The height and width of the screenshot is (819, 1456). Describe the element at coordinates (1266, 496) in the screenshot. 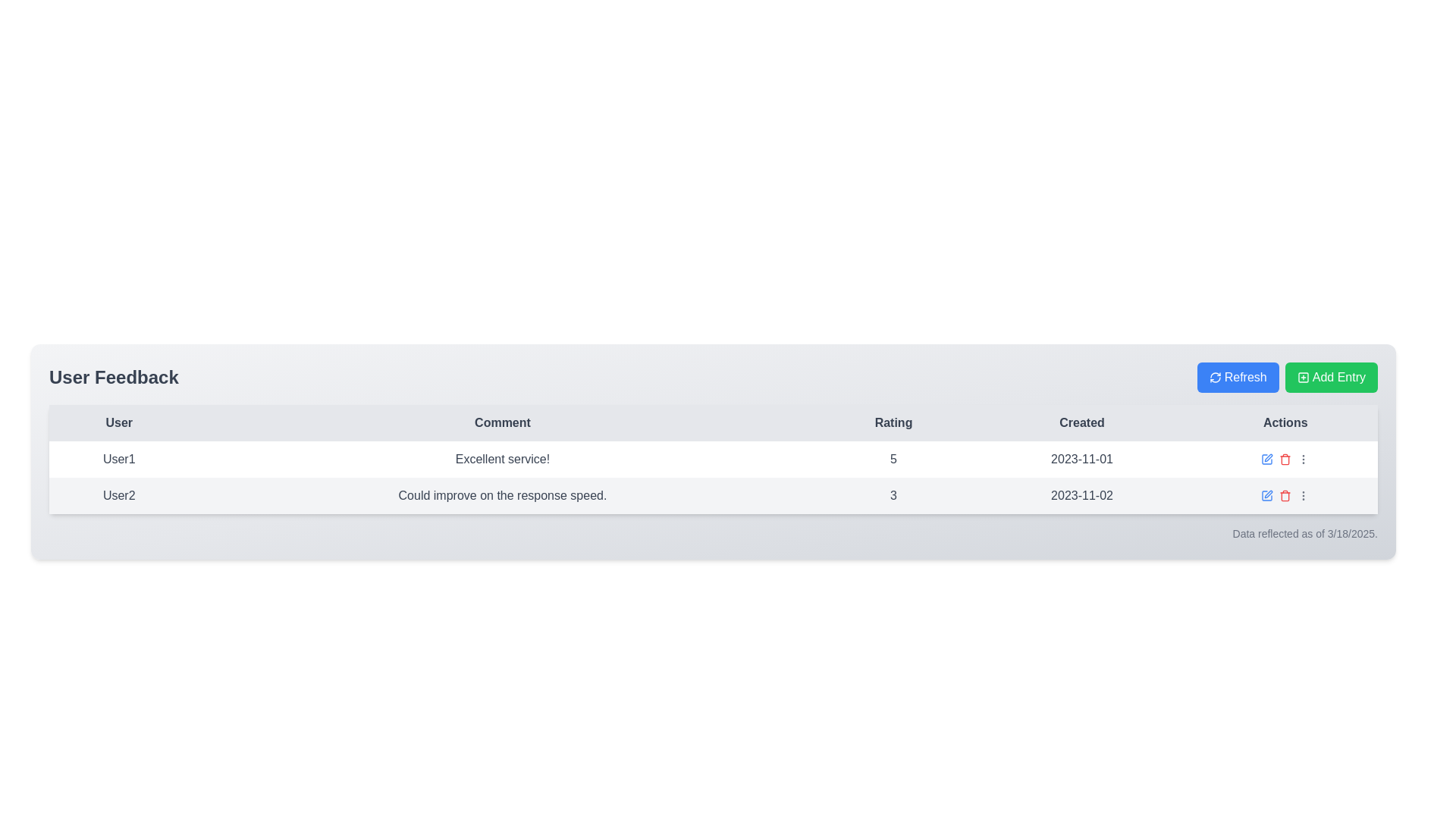

I see `the edit button icon located in the 'Actions' column for 'User2' to initiate editing of the entry details` at that location.